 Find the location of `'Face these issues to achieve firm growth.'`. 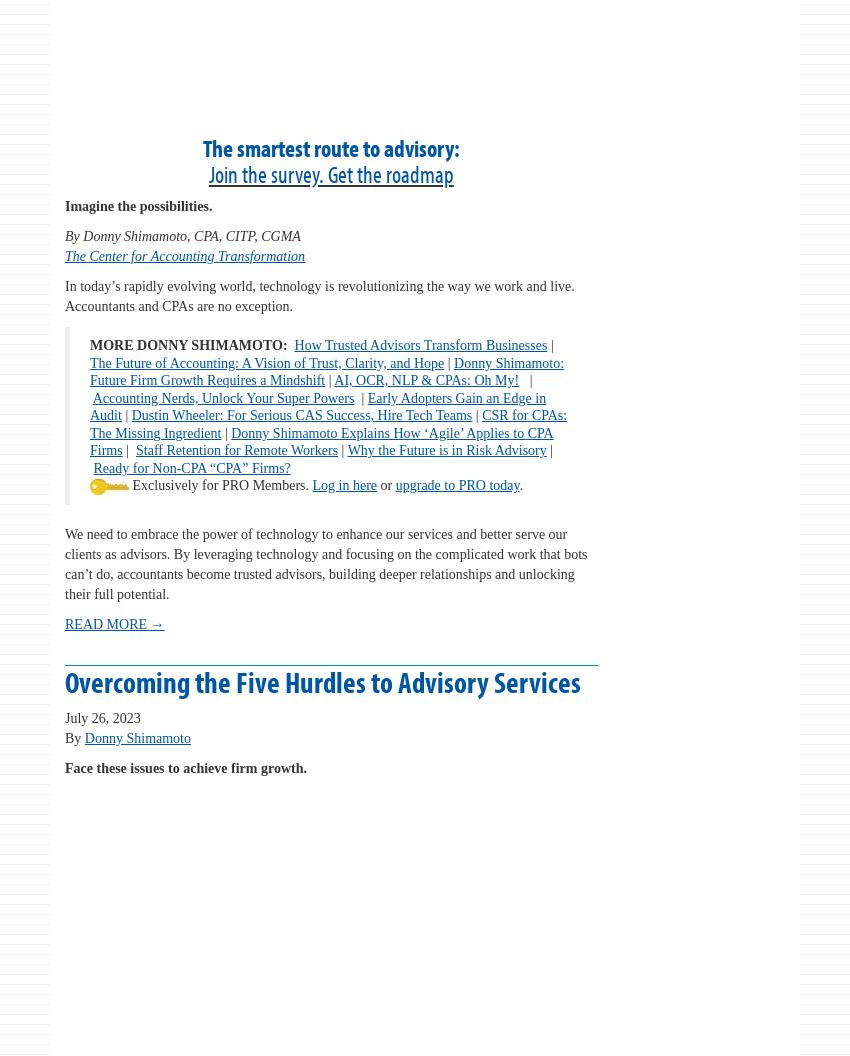

'Face these issues to achieve firm growth.' is located at coordinates (184, 767).